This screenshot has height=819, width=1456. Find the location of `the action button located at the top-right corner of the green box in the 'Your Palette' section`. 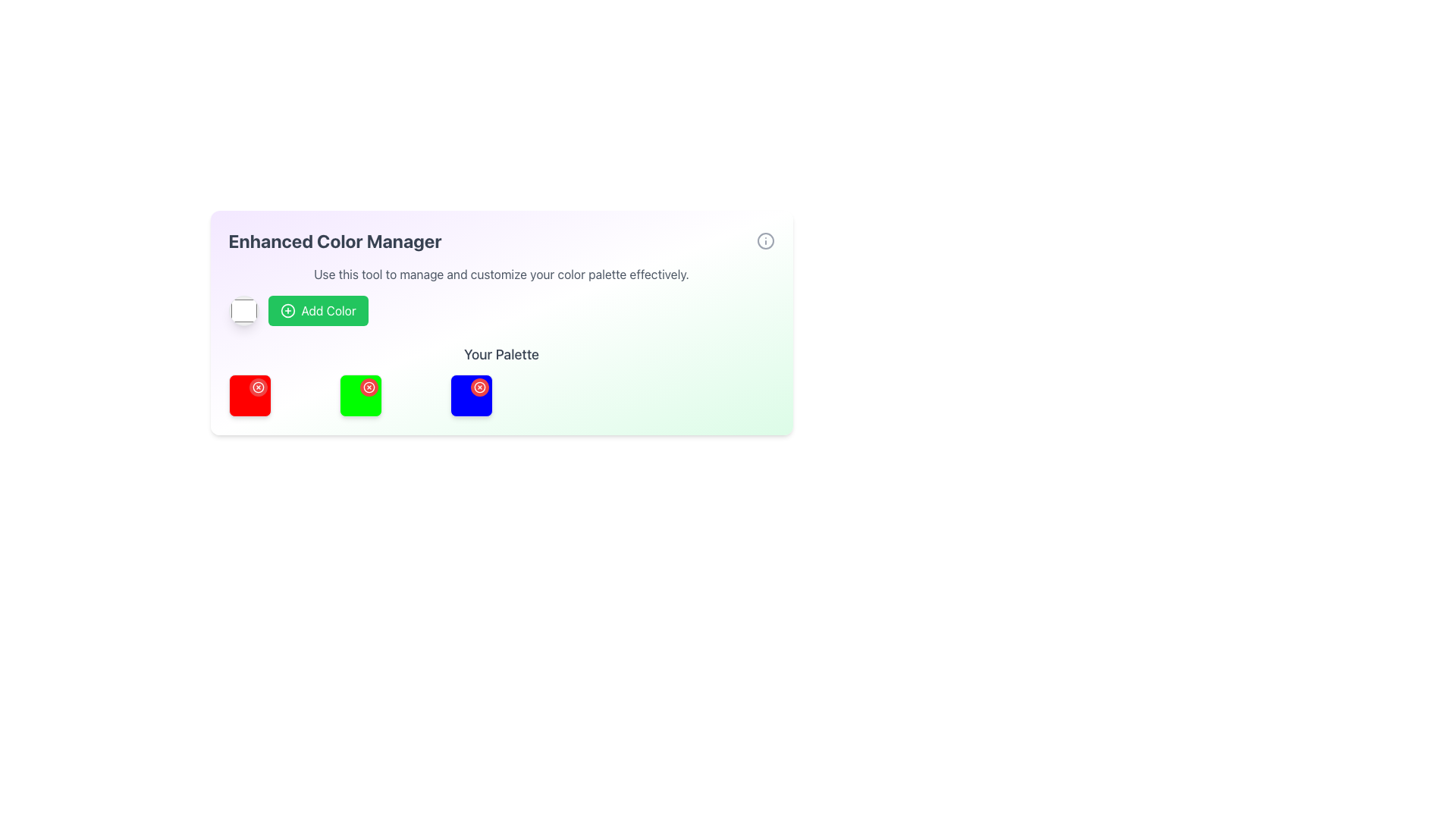

the action button located at the top-right corner of the green box in the 'Your Palette' section is located at coordinates (369, 386).